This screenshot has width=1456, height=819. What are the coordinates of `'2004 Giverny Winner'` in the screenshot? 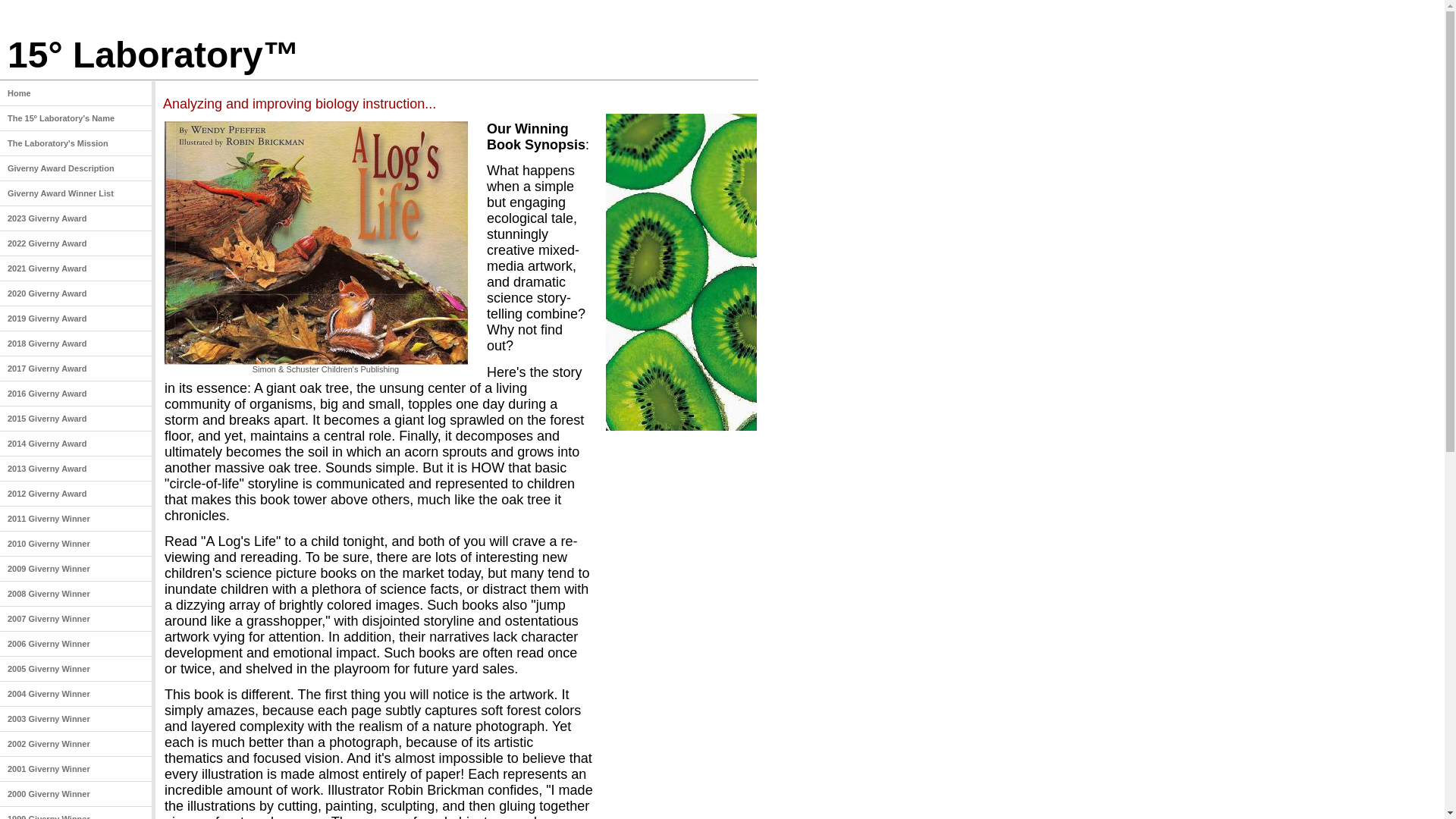 It's located at (75, 694).